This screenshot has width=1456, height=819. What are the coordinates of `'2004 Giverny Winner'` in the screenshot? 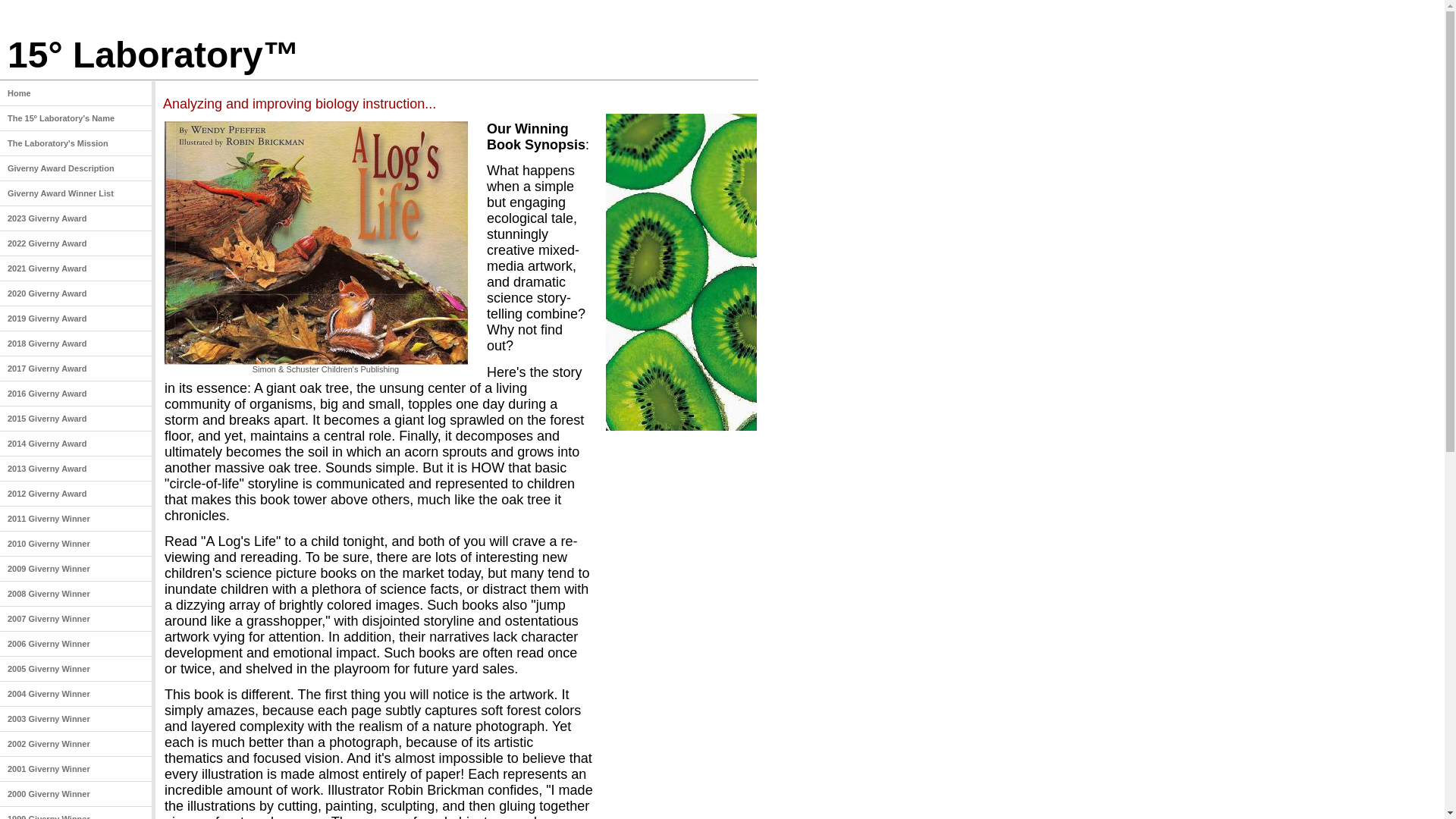 It's located at (75, 694).